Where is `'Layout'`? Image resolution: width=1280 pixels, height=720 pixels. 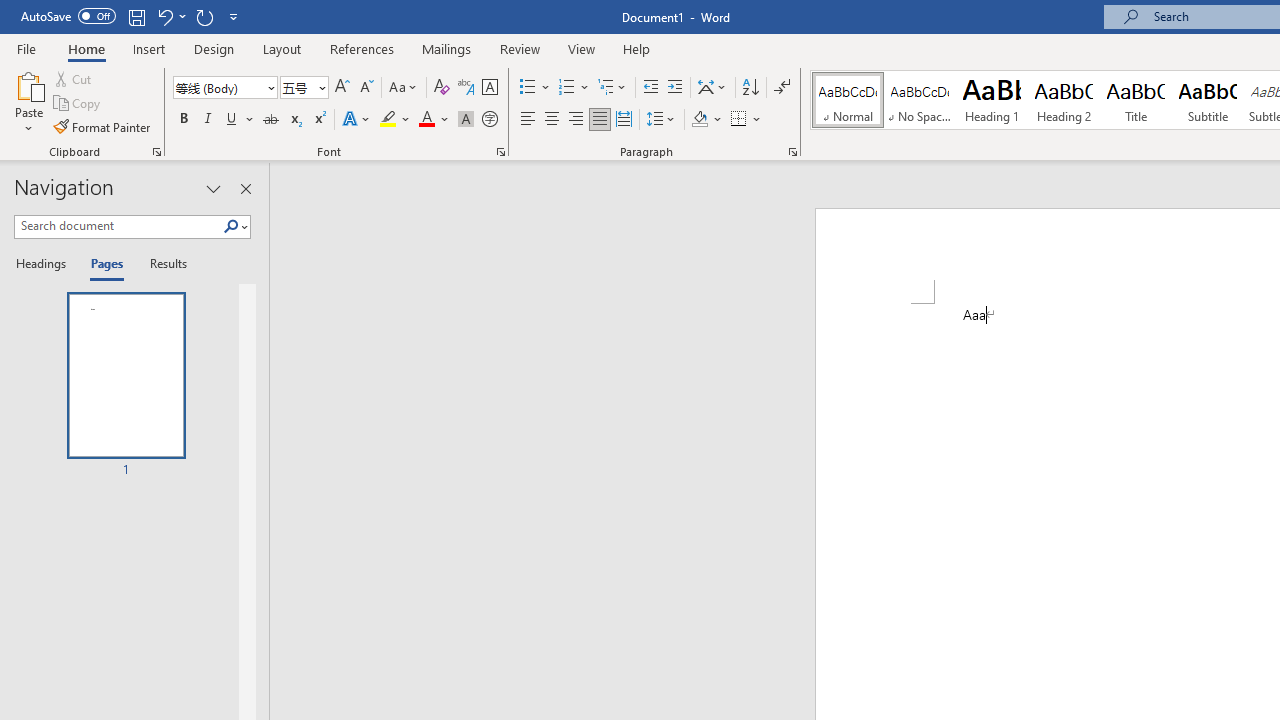 'Layout' is located at coordinates (281, 48).